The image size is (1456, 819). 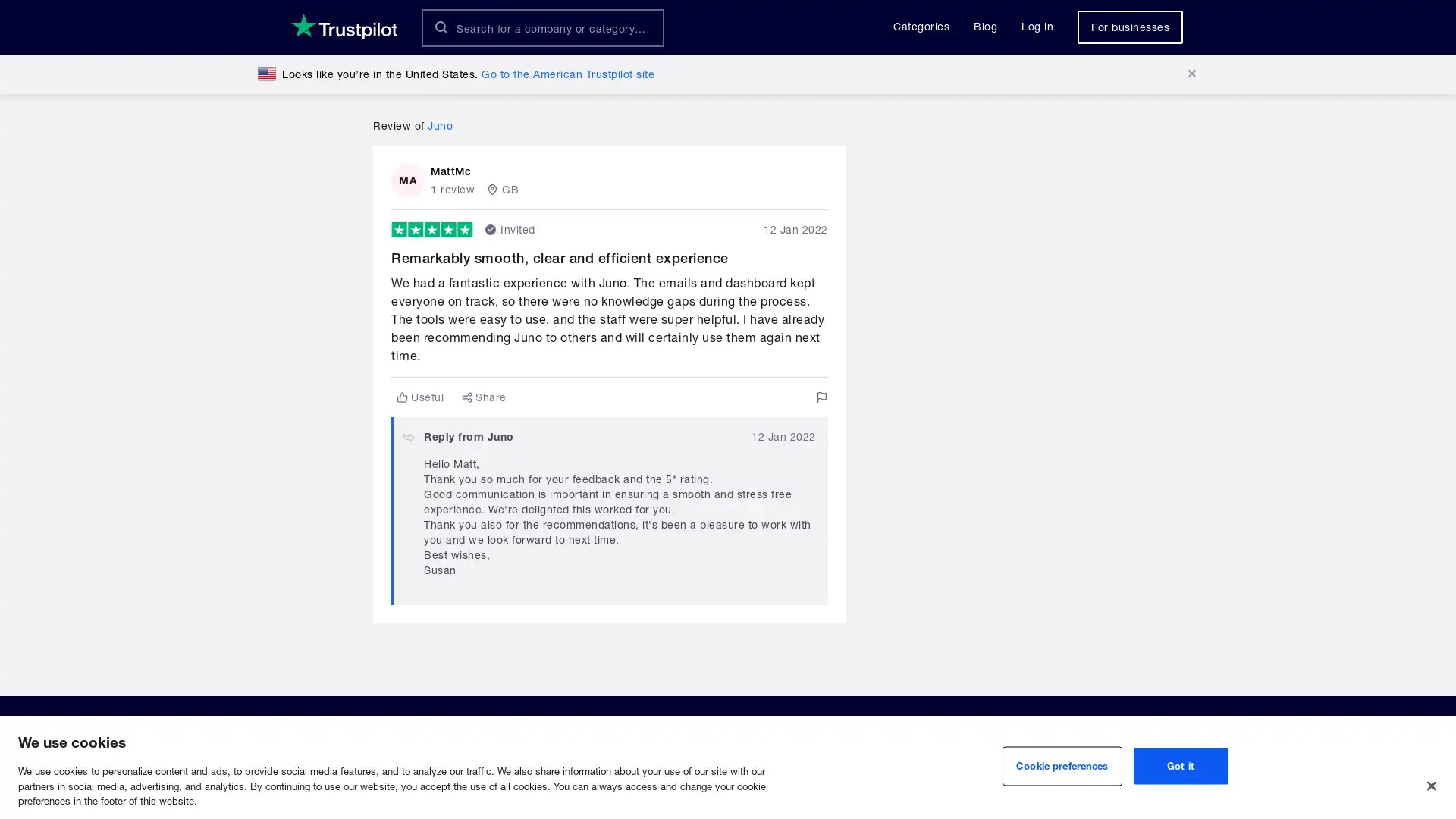 What do you see at coordinates (1430, 785) in the screenshot?
I see `Close` at bounding box center [1430, 785].